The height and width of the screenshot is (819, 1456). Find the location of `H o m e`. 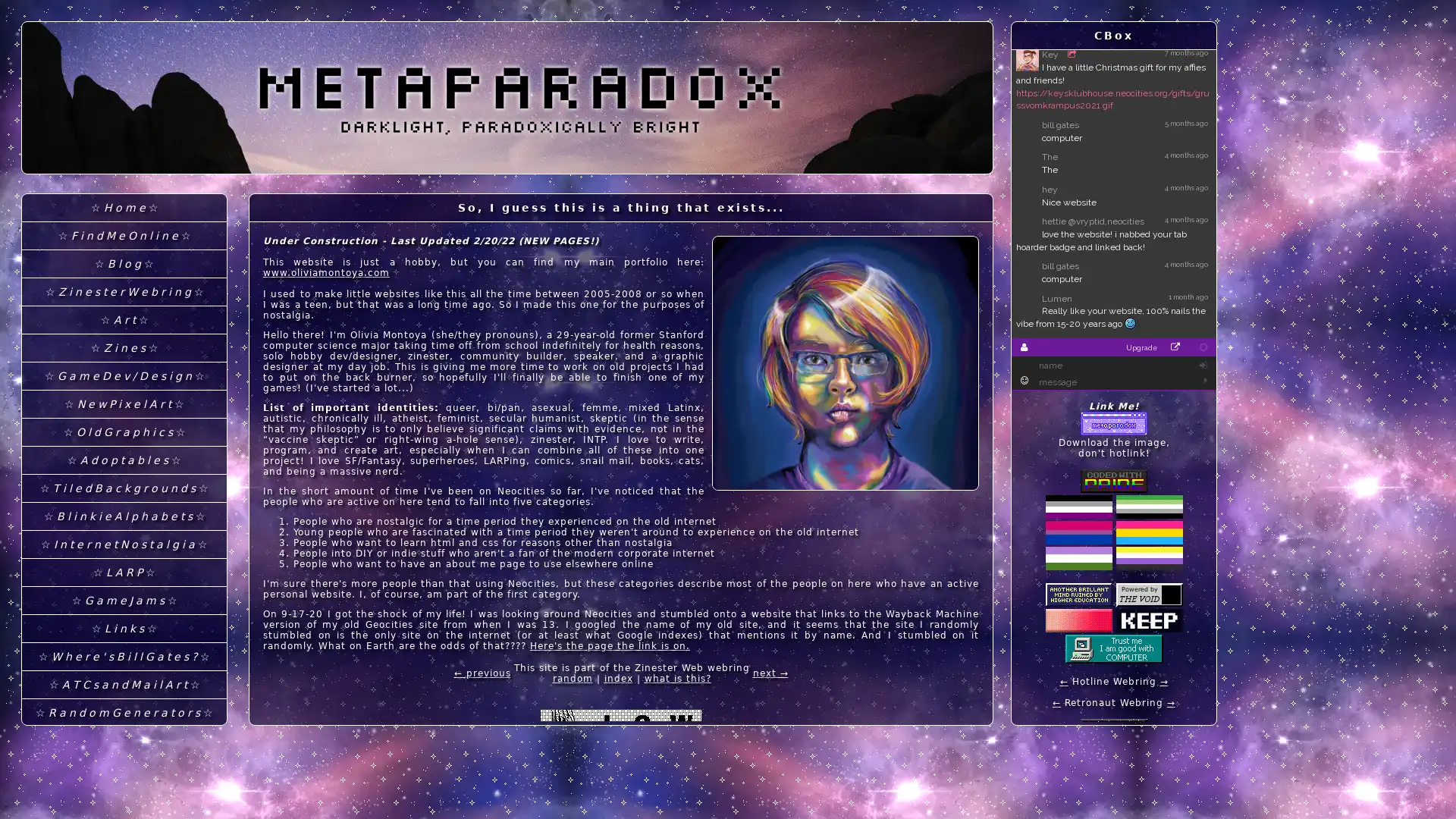

H o m e is located at coordinates (124, 208).